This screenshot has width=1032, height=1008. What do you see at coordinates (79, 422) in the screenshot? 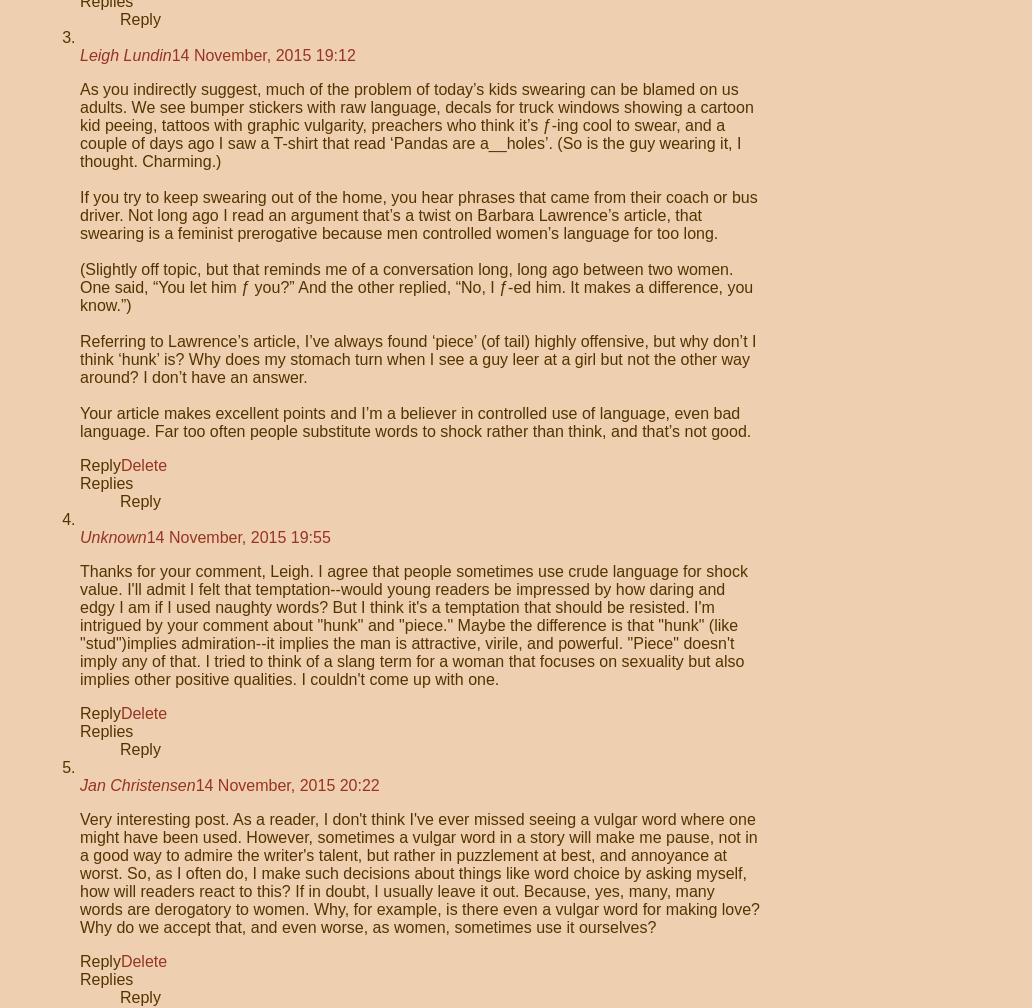
I see `'Your article makes excellent points and I’m a believer in controlled use of language, even bad language. Far too often people substitute words to shock rather than think, and that’s not good.'` at bounding box center [79, 422].